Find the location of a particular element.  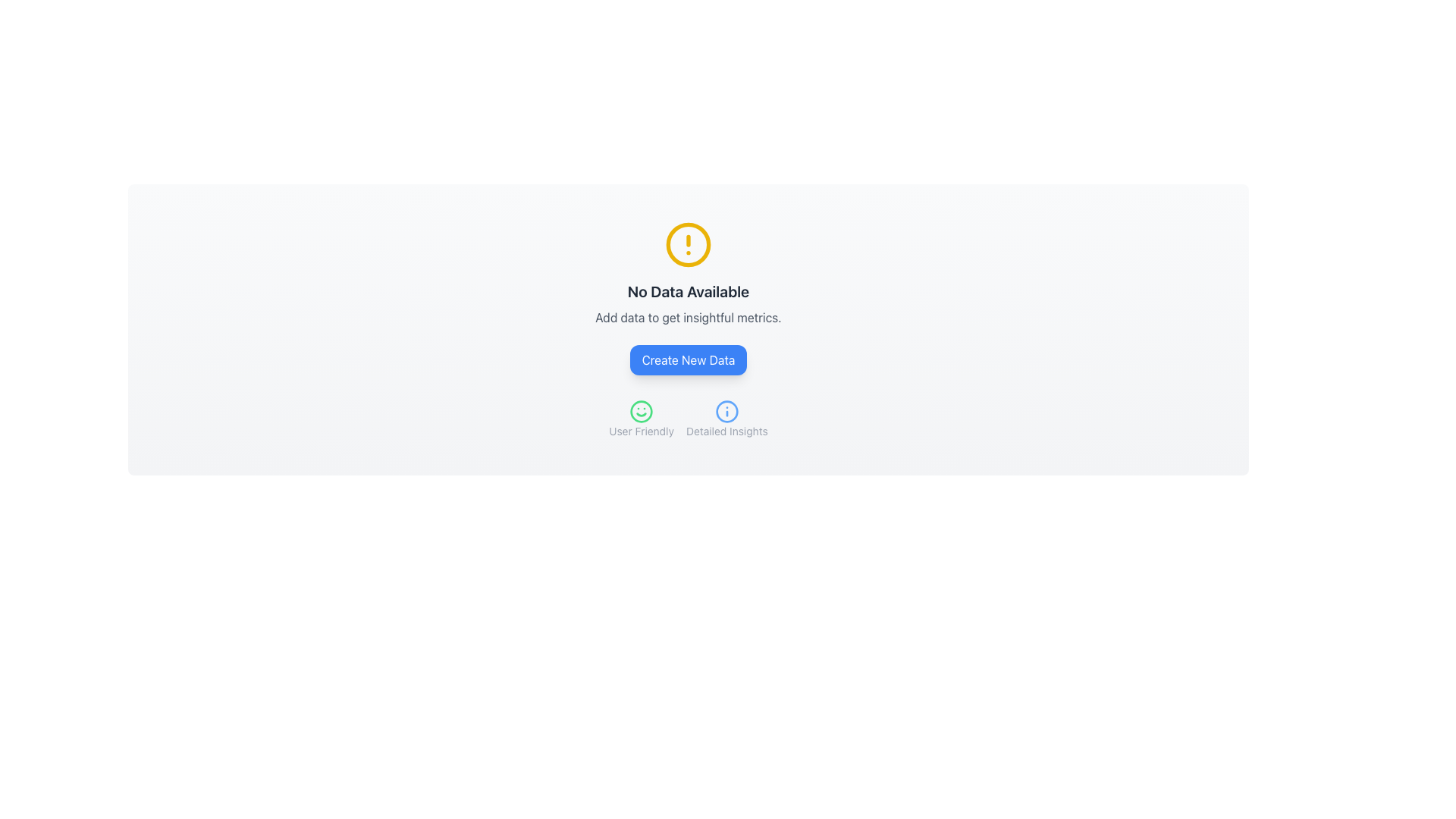

the icon representing 'Detailed Insights', which is located directly above the text 'Detailed Insights' and to the right of the 'User Friendly' icon is located at coordinates (726, 412).